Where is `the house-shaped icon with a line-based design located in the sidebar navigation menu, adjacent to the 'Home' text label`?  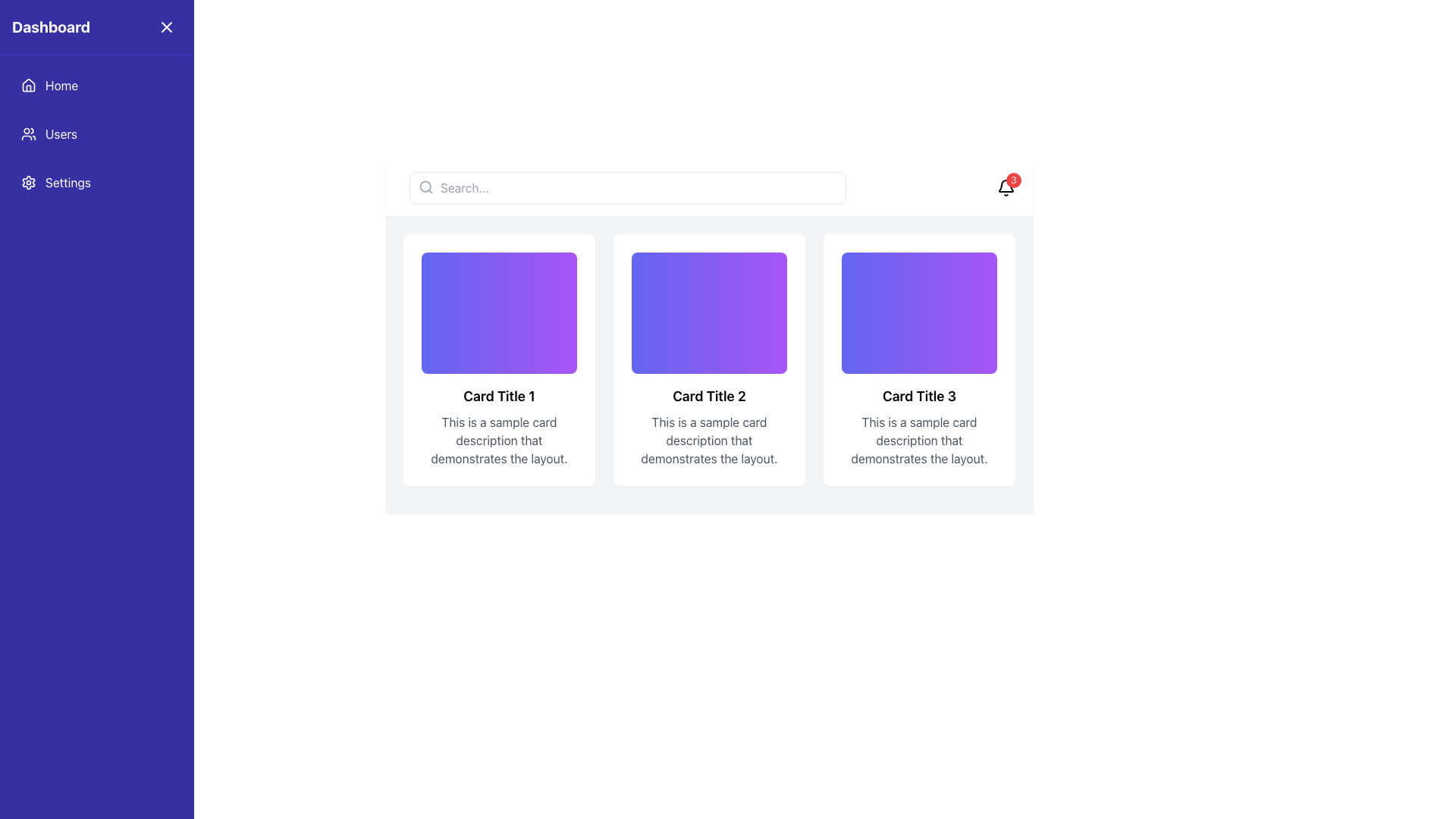
the house-shaped icon with a line-based design located in the sidebar navigation menu, adjacent to the 'Home' text label is located at coordinates (29, 85).